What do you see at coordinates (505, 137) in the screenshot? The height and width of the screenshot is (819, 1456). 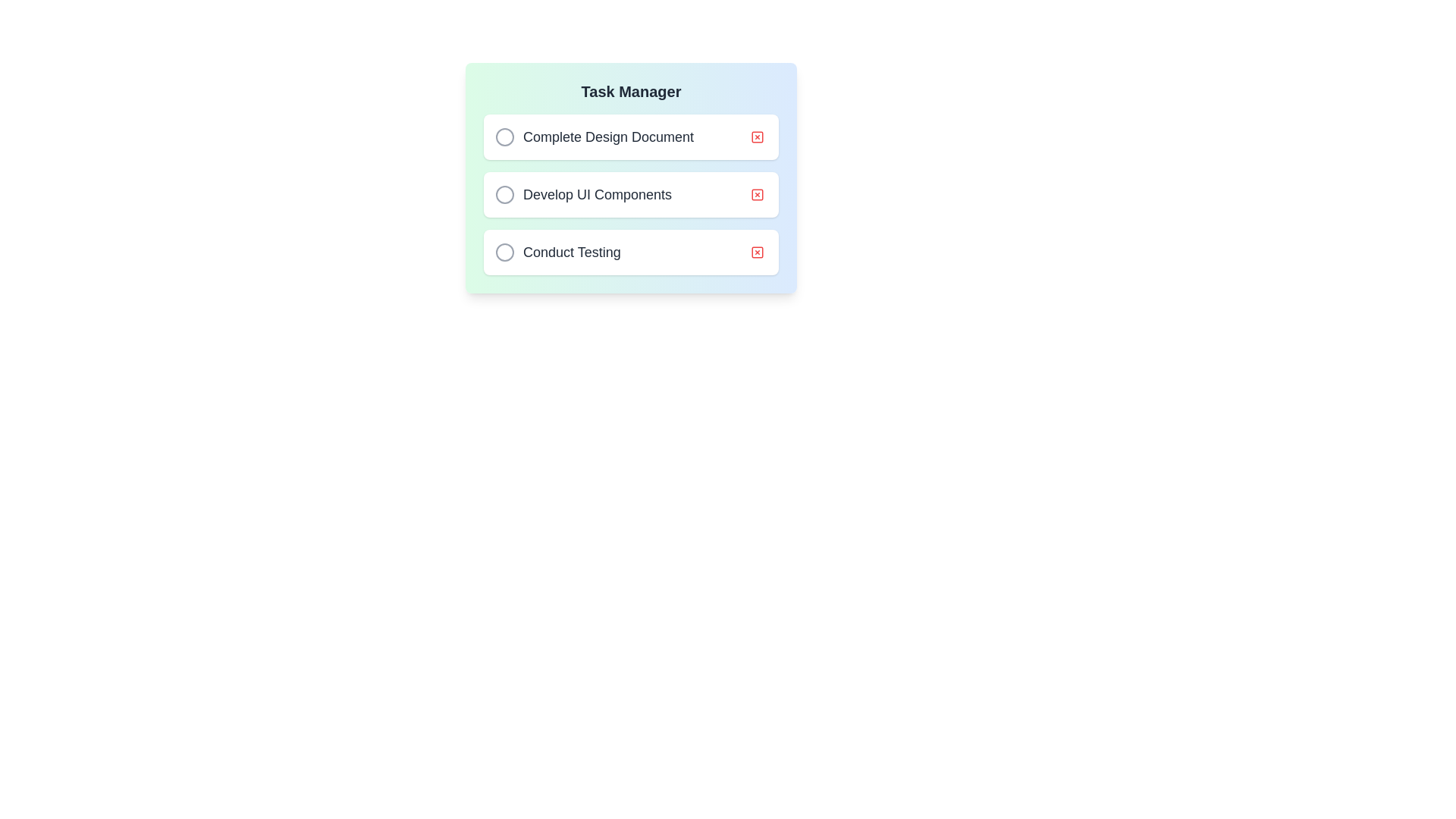 I see `the circular checkbox with a gray border, located in the 'Complete Design Document' task row` at bounding box center [505, 137].